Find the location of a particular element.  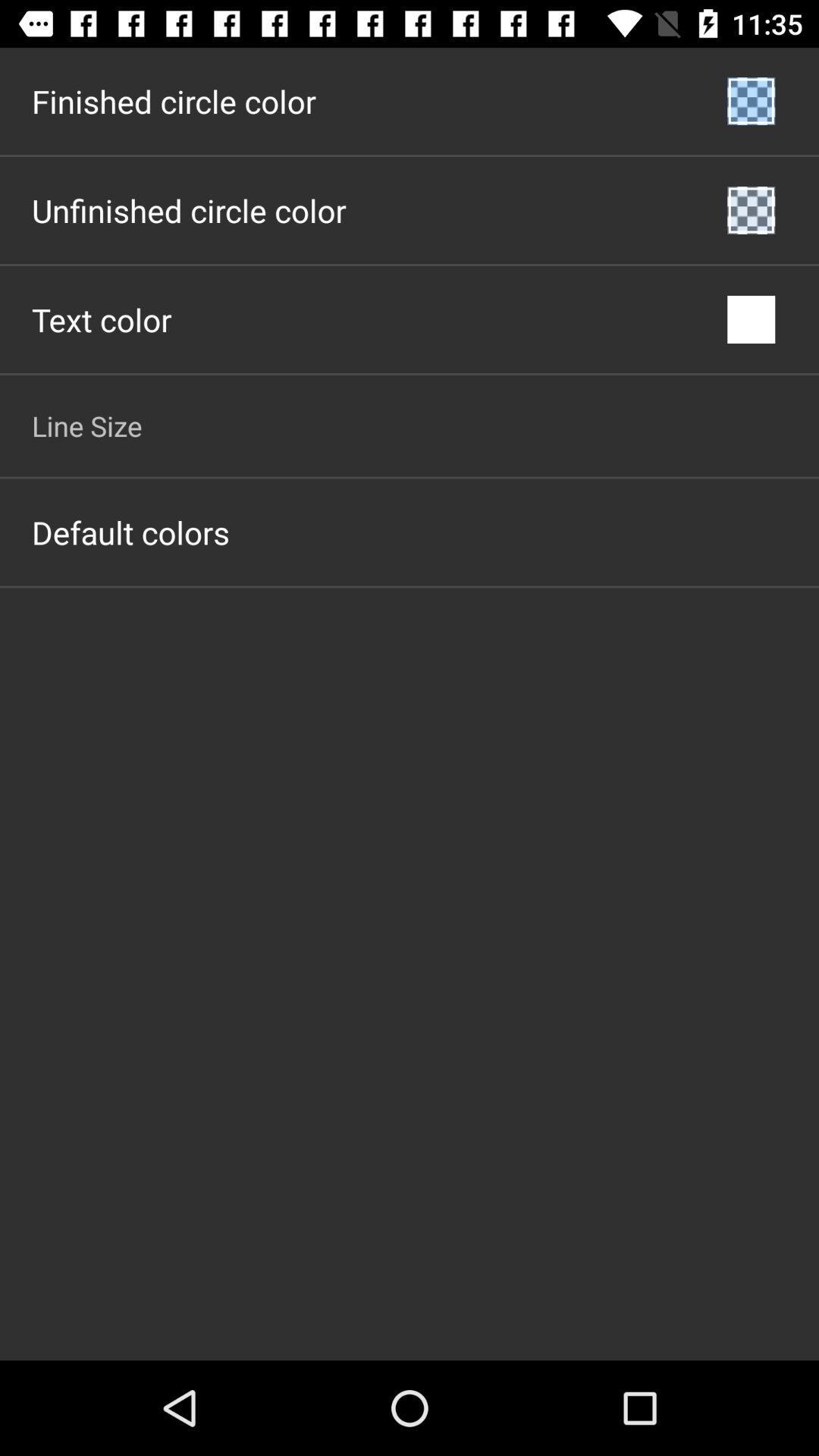

app to the right of the unfinished circle color is located at coordinates (751, 209).